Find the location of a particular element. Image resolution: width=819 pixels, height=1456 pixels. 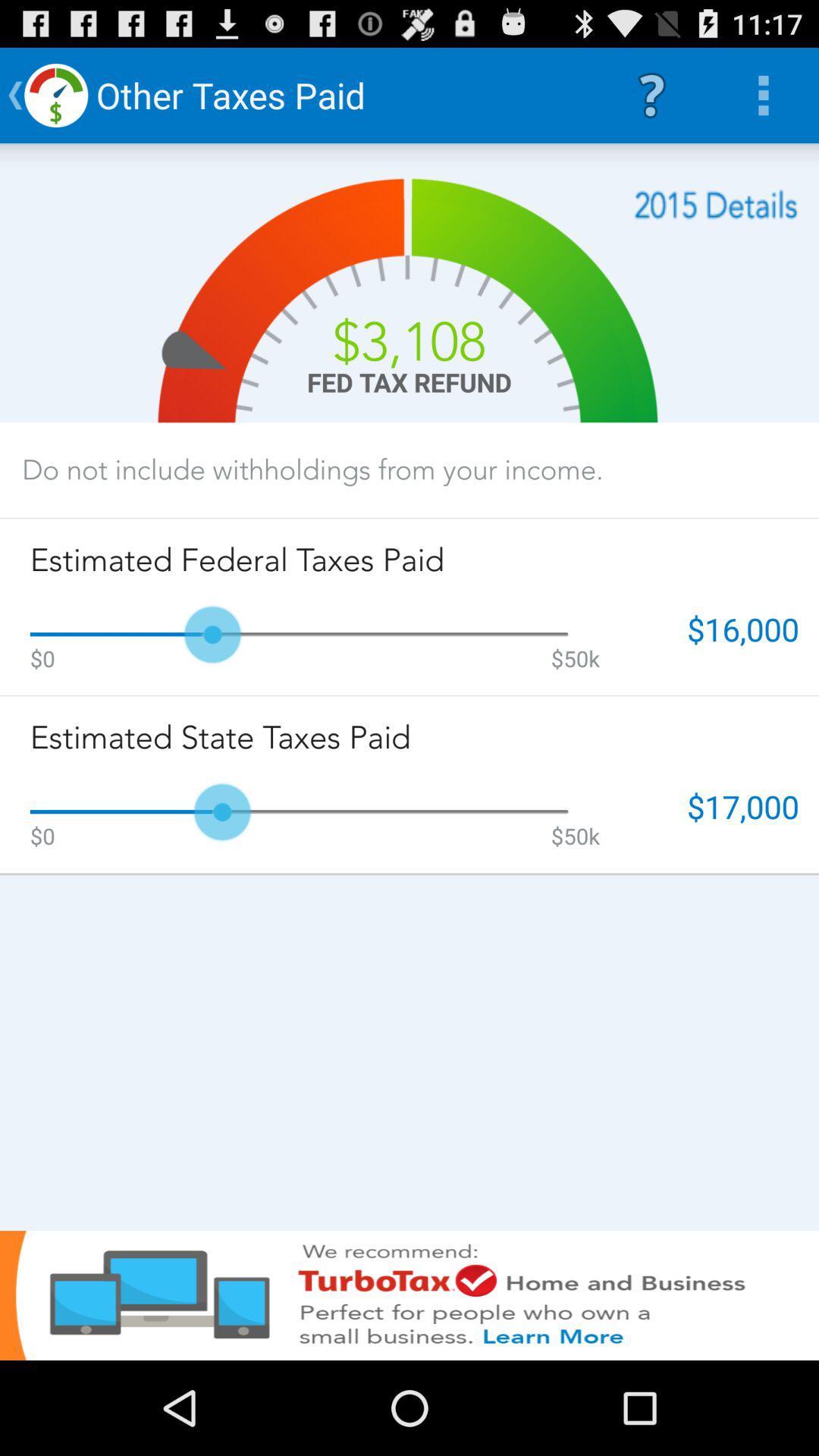

total data is located at coordinates (716, 204).